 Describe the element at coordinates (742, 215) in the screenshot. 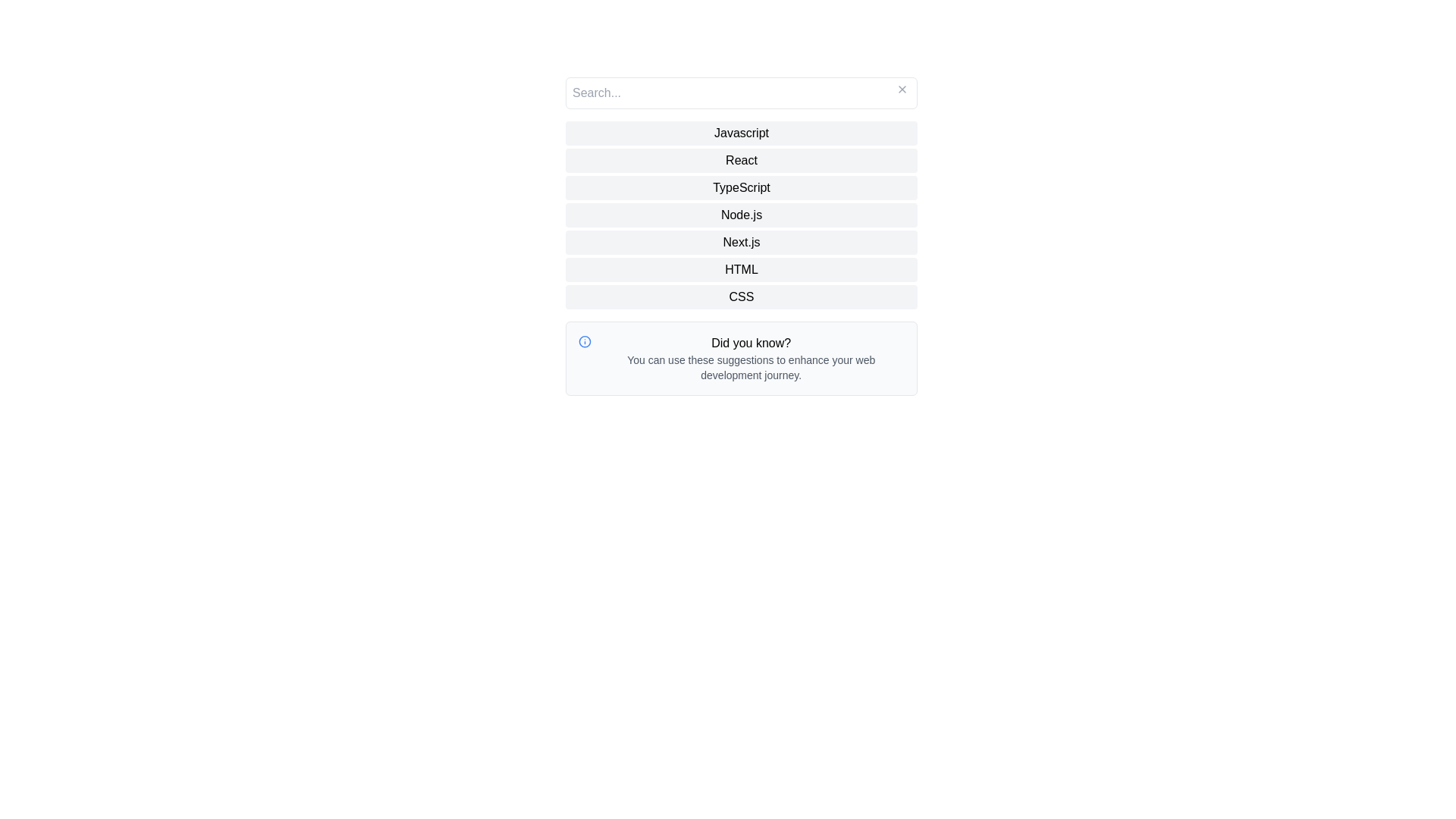

I see `the 'Node.js' label in the vertically aligned list of programming languages and frameworks` at that location.